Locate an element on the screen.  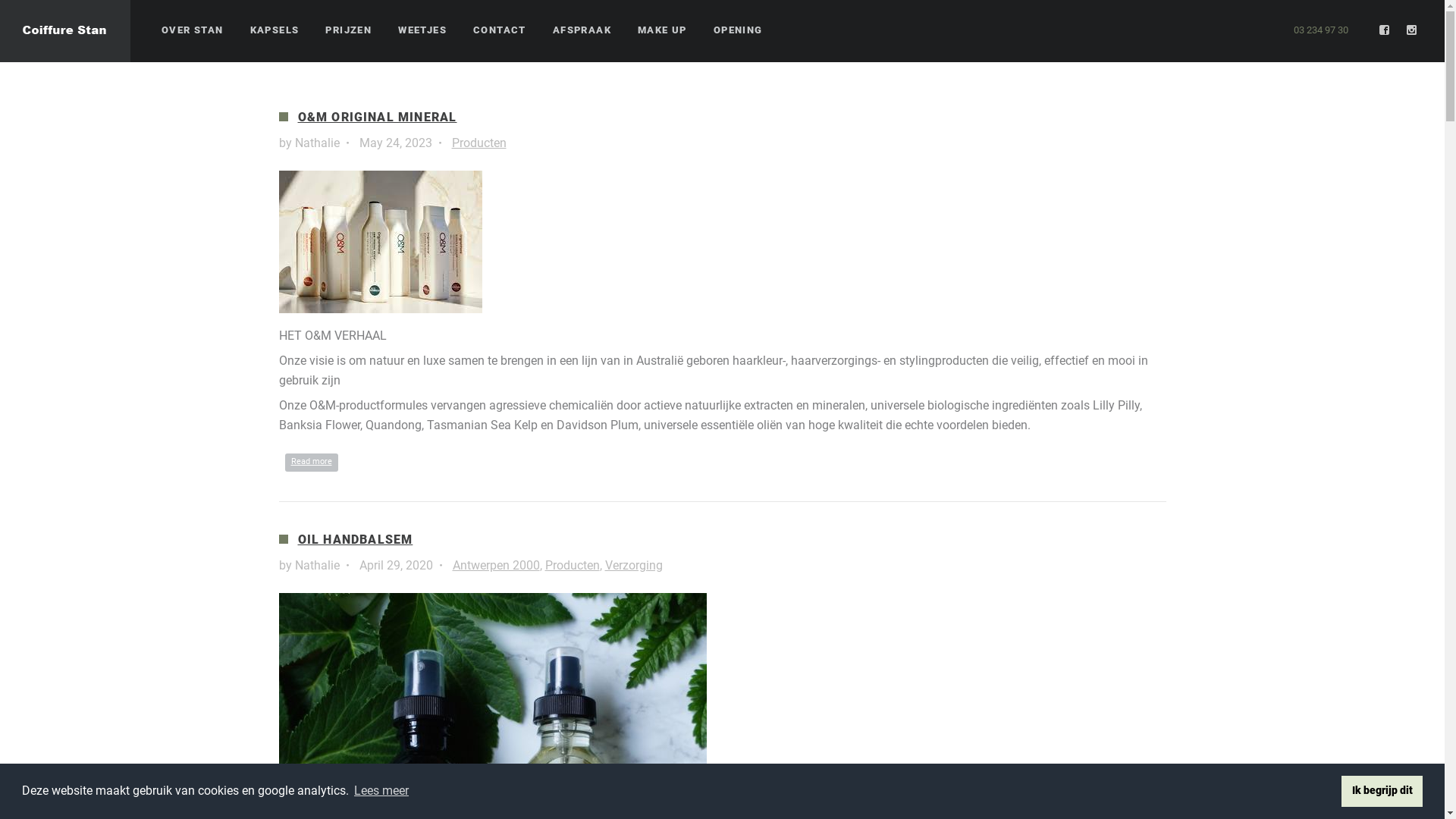
'03 234 97 30' is located at coordinates (1320, 30).